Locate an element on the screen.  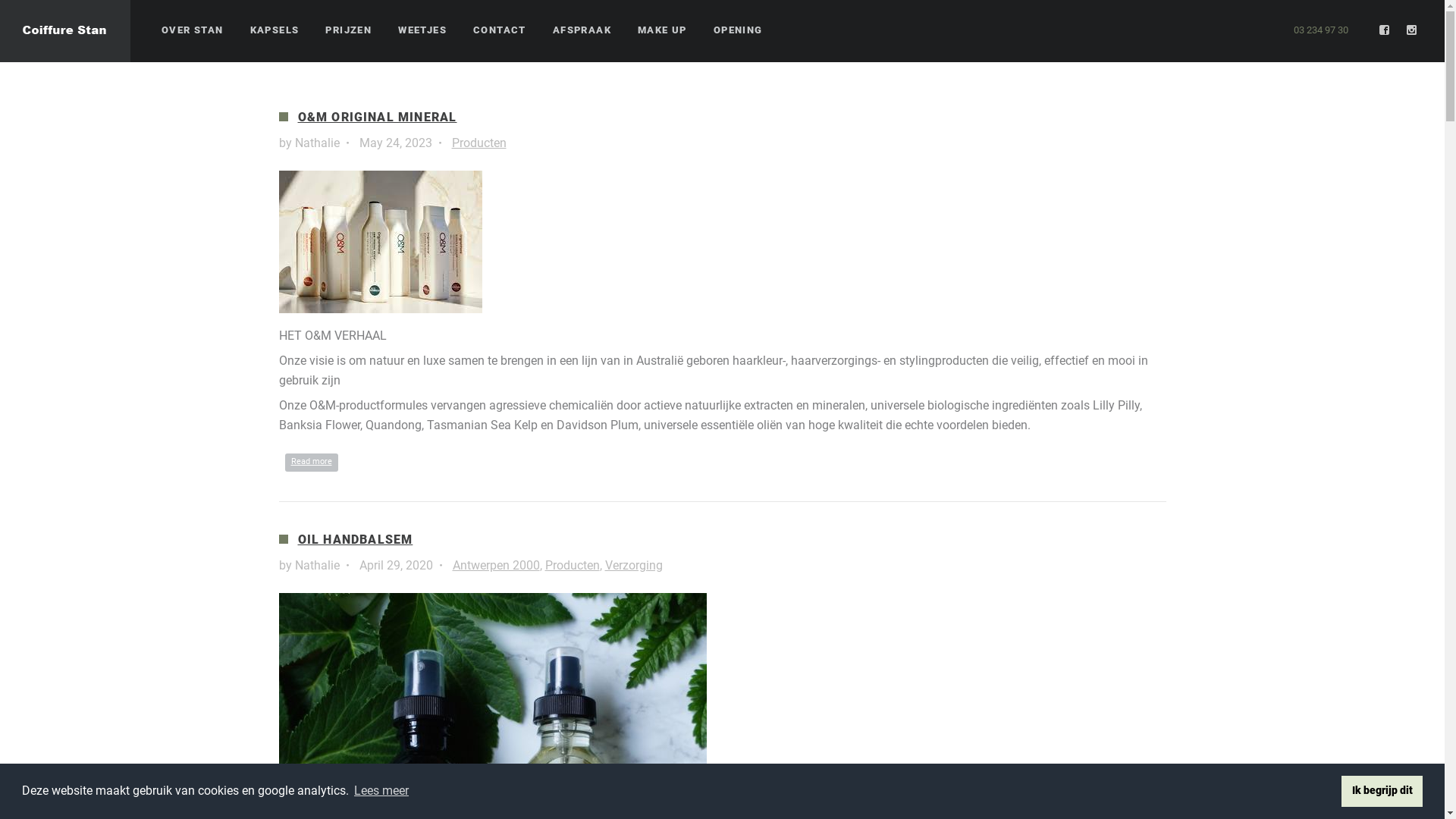
'03 234 97 30' is located at coordinates (1320, 30).